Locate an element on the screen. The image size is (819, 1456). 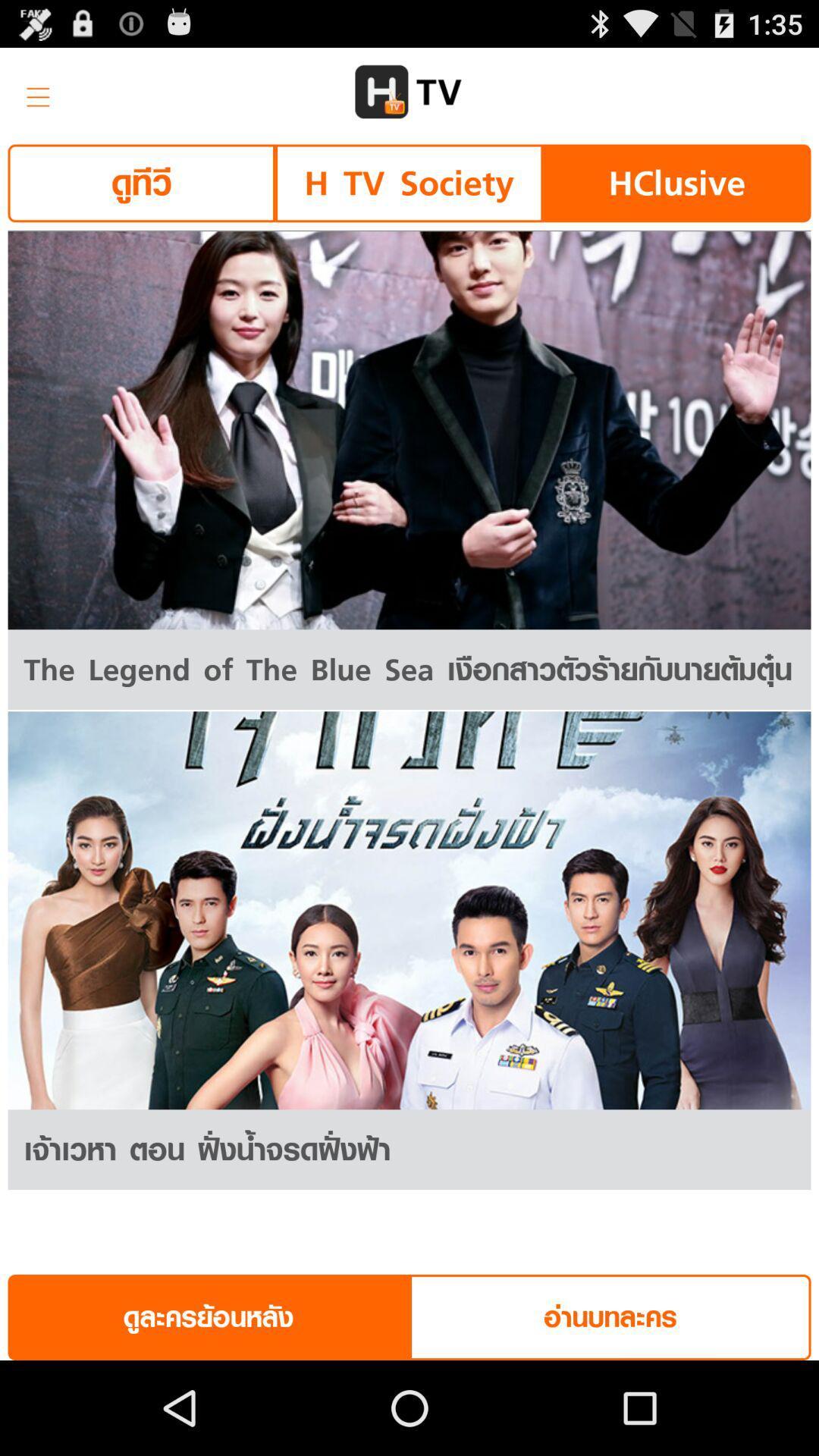
icon next to h tv society item is located at coordinates (141, 182).